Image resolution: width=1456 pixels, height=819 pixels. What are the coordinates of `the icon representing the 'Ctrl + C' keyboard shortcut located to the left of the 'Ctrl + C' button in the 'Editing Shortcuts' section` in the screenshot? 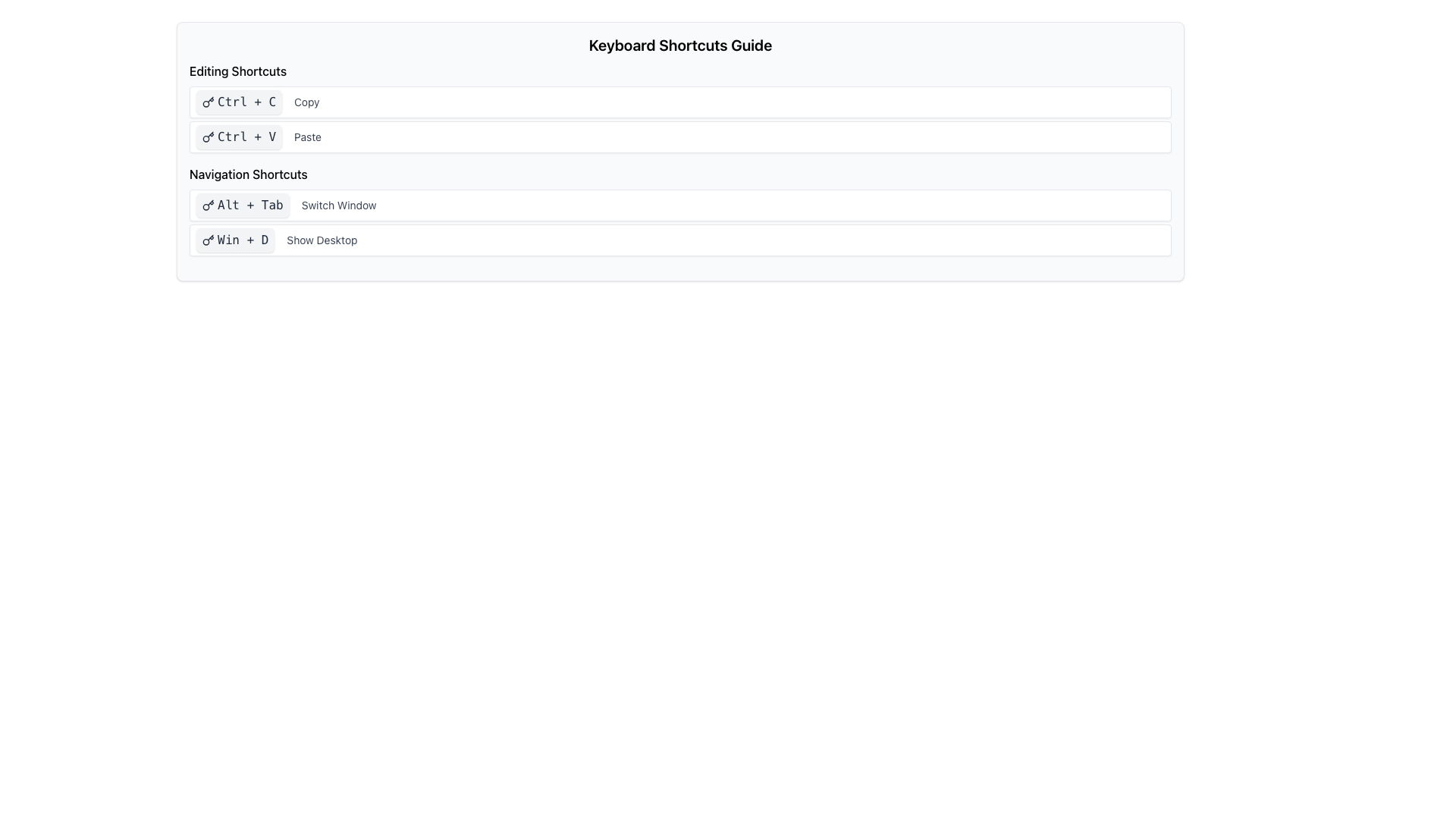 It's located at (207, 102).